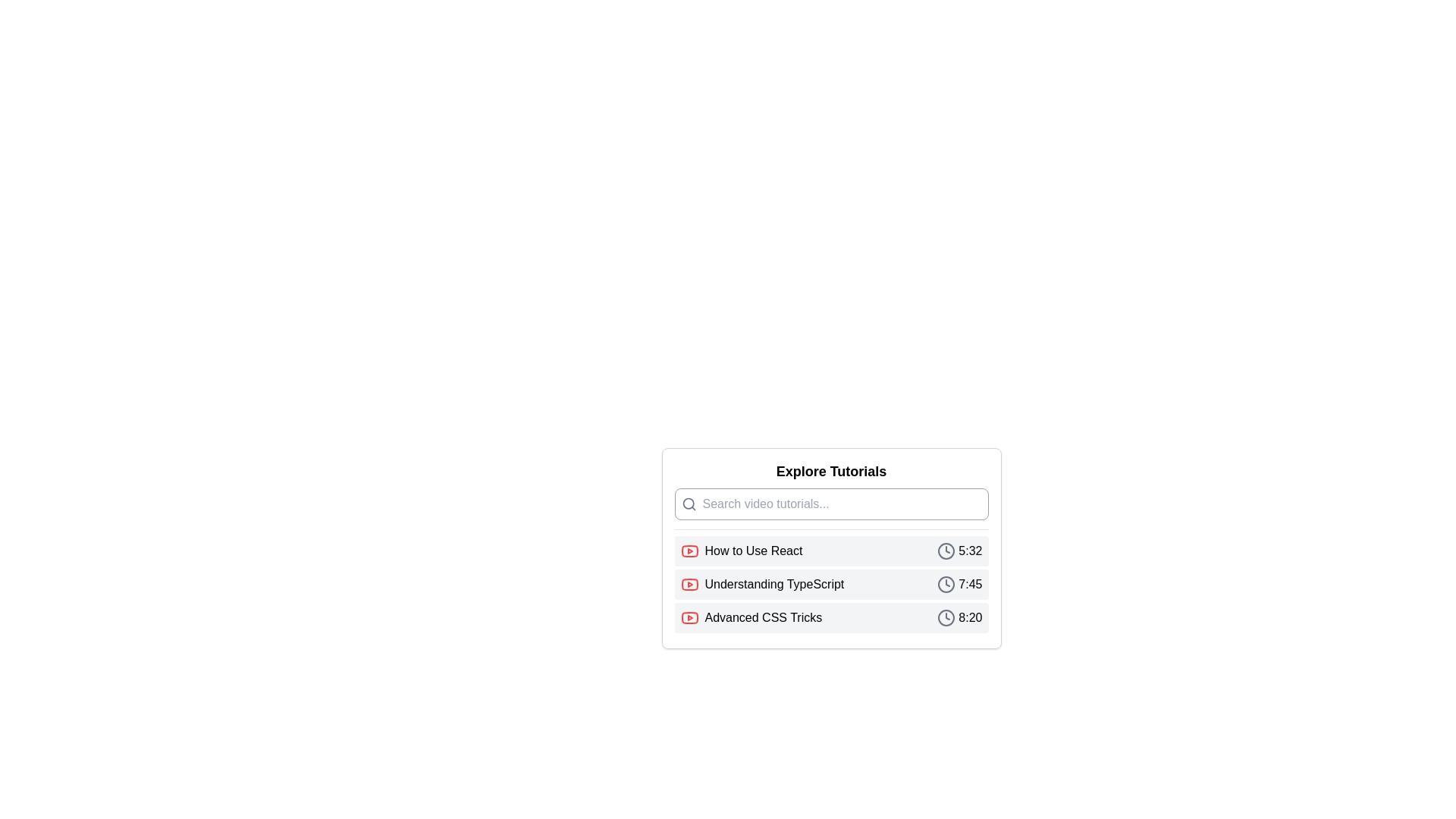 The image size is (1456, 819). I want to click on the Search Icon located on the left side of the search input field, so click(688, 504).